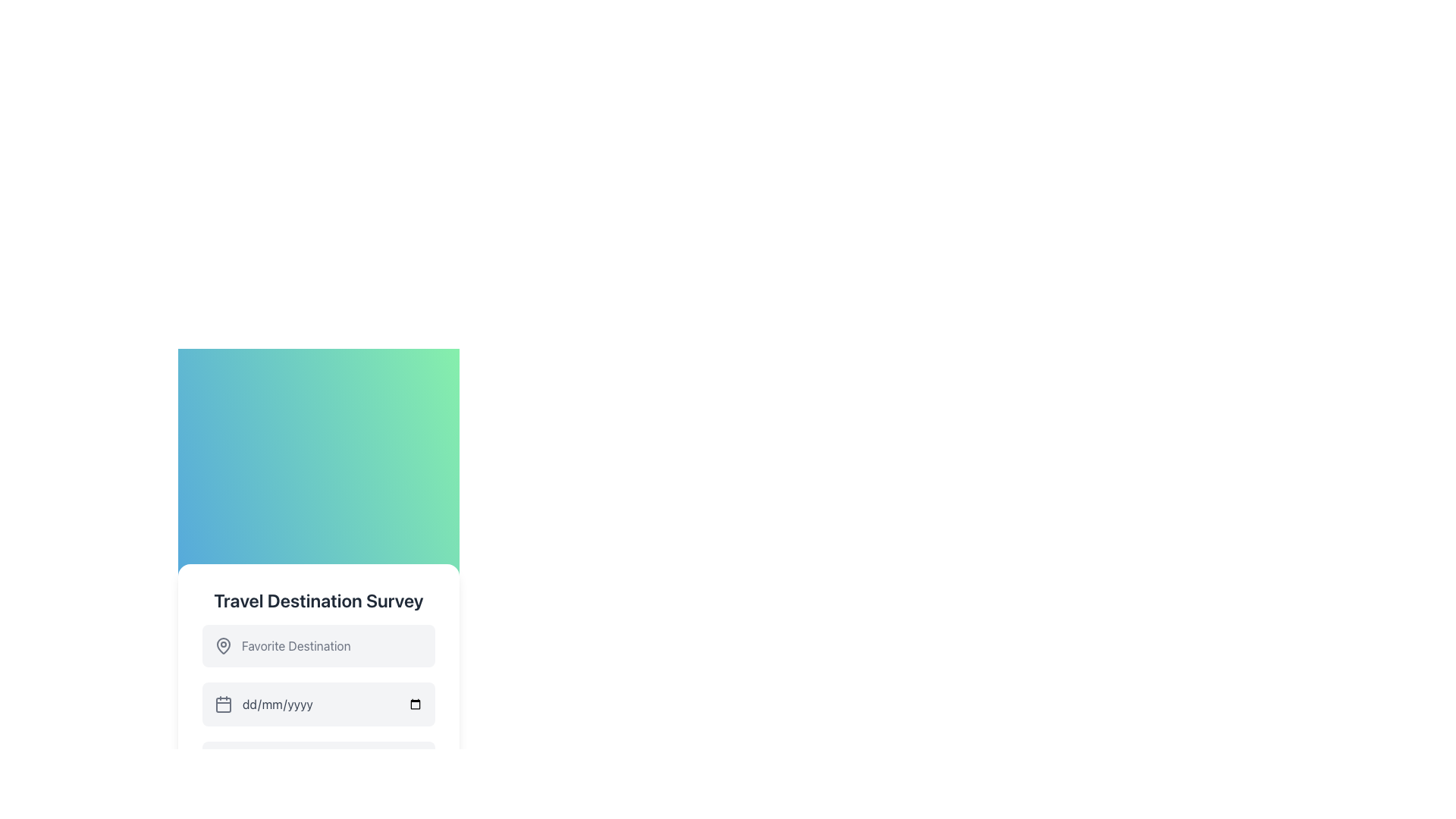 This screenshot has width=1456, height=819. What do you see at coordinates (222, 646) in the screenshot?
I see `the map pin icon with rounded edges, which is located to the left of the 'Favorite Destination' input field` at bounding box center [222, 646].